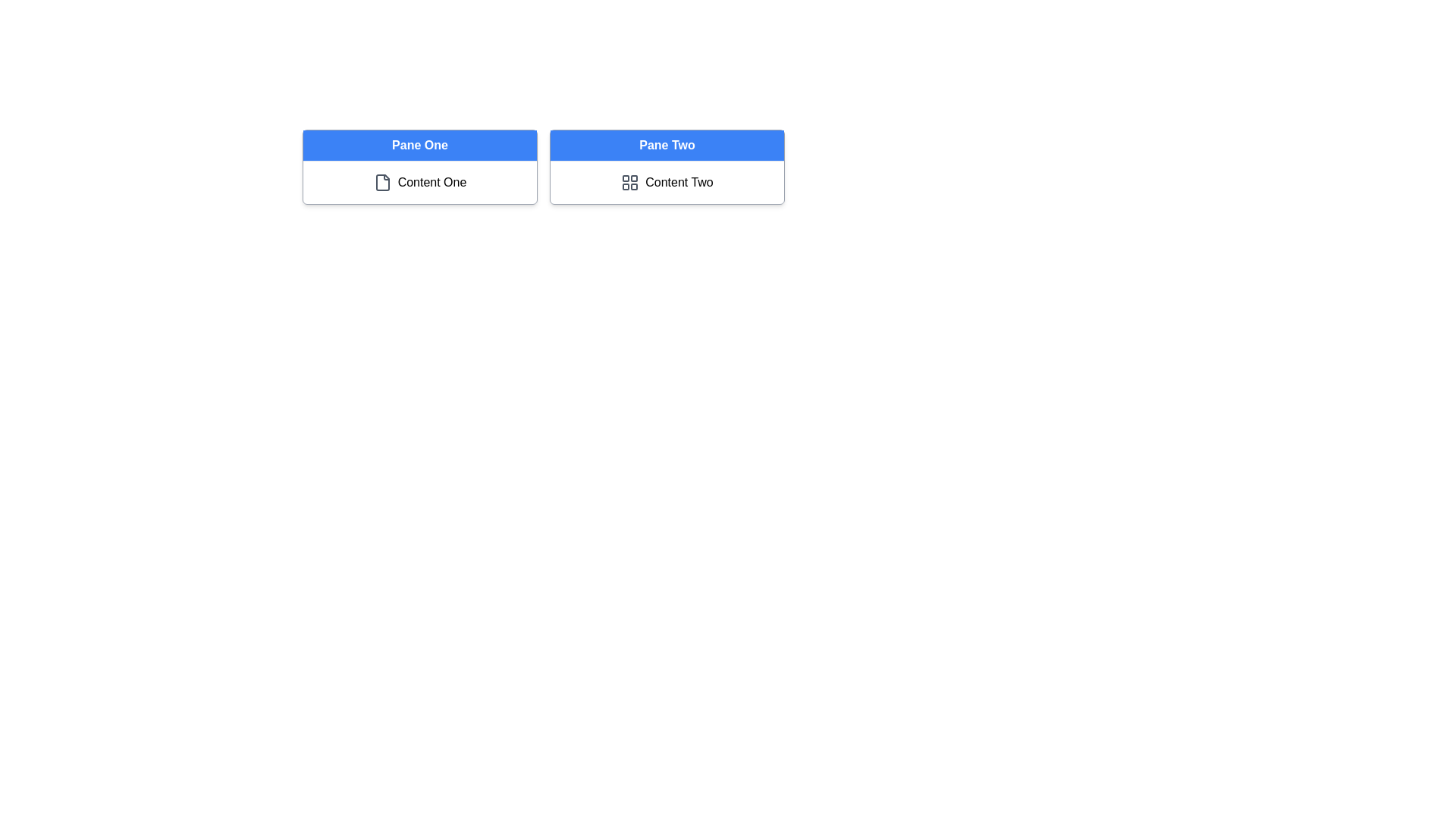 The image size is (1456, 819). Describe the element at coordinates (667, 181) in the screenshot. I see `the 'Content Two' button, which is a rectangular area with a grid icon and the label 'Content Two', located in the second pane labeled 'Pane Two'` at that location.